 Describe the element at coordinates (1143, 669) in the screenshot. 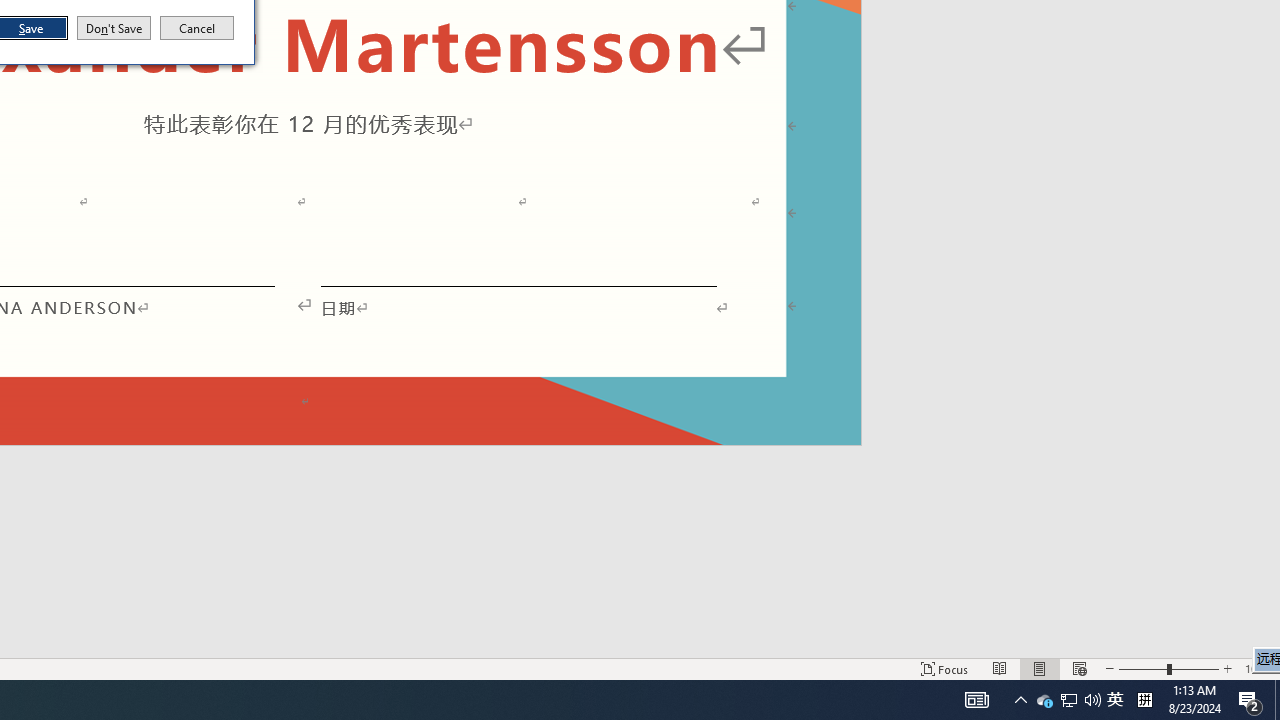

I see `'Zoom Out'` at that location.